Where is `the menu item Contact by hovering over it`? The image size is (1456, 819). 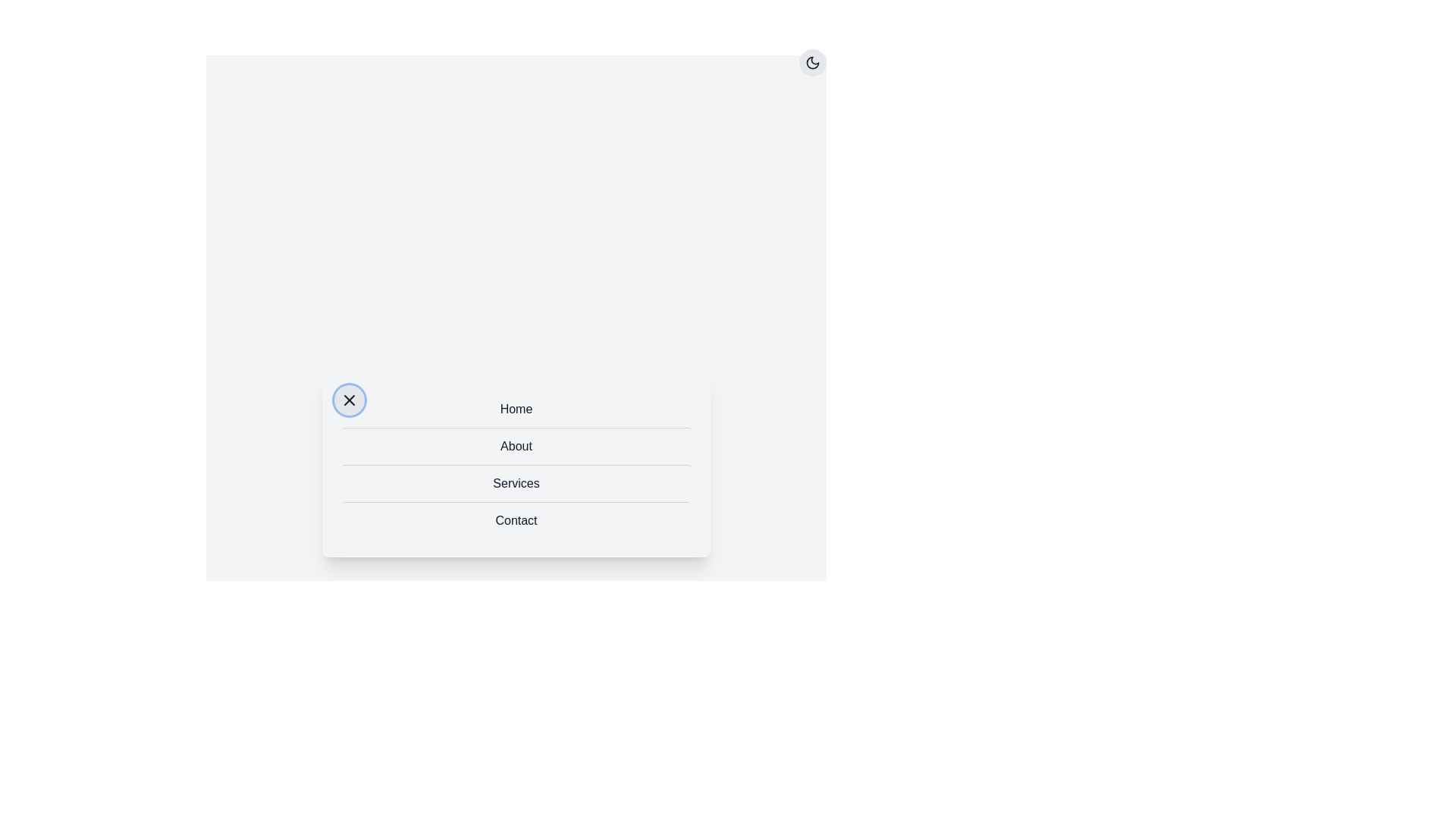
the menu item Contact by hovering over it is located at coordinates (516, 519).